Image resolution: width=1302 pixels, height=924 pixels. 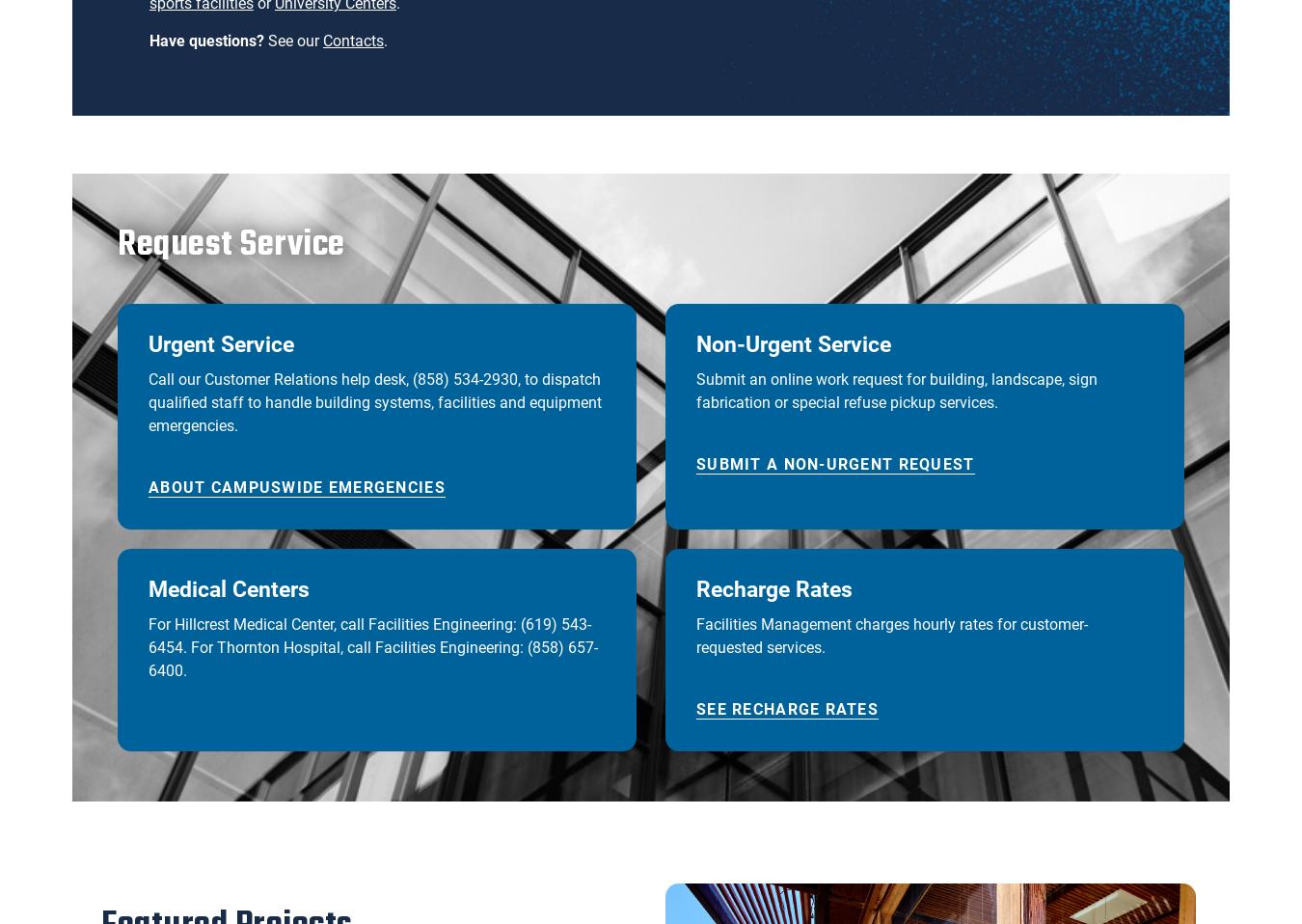 What do you see at coordinates (386, 40) in the screenshot?
I see `'.'` at bounding box center [386, 40].